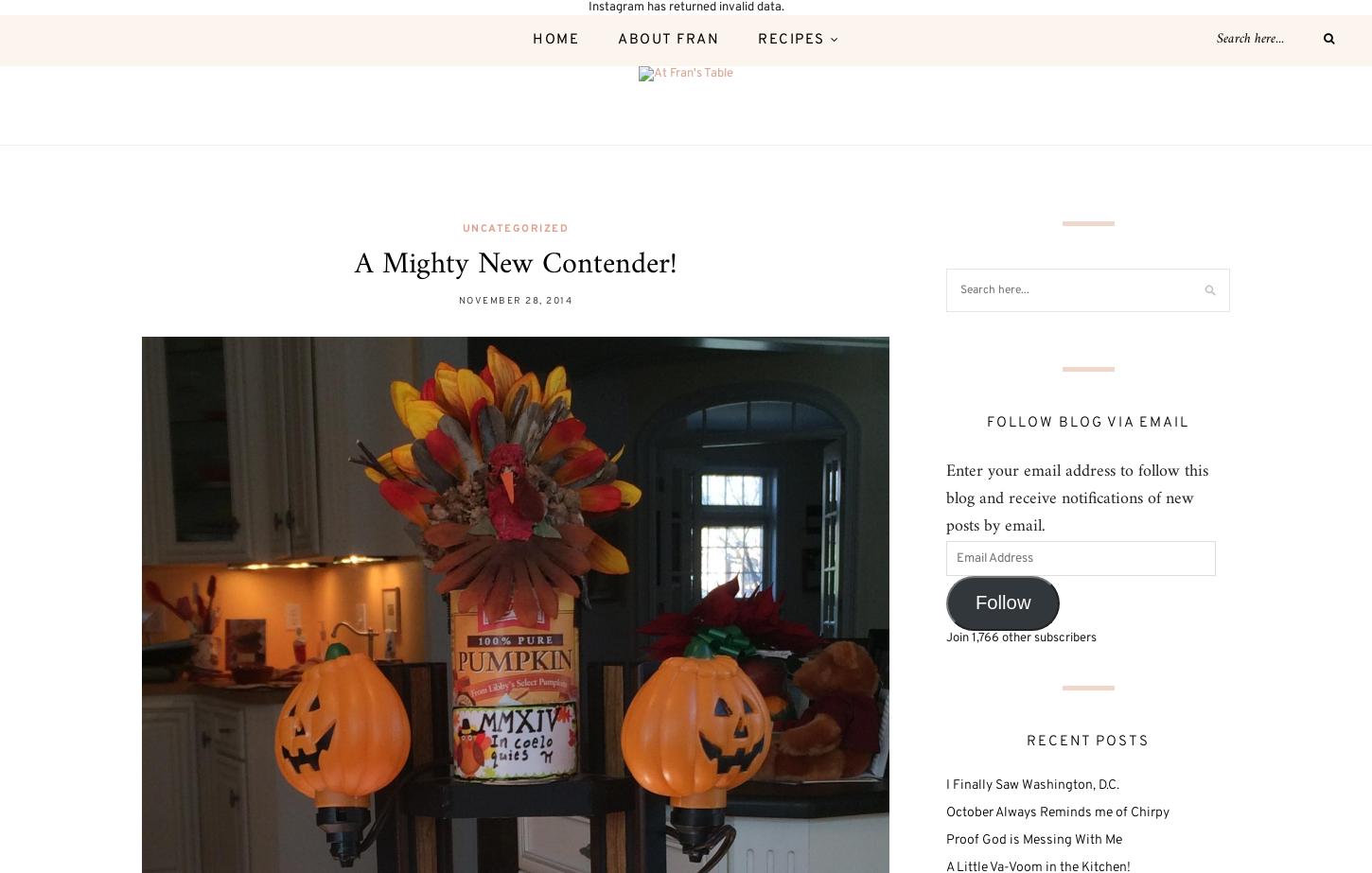  Describe the element at coordinates (1056, 812) in the screenshot. I see `'October Always Reminds me of Chirpy'` at that location.